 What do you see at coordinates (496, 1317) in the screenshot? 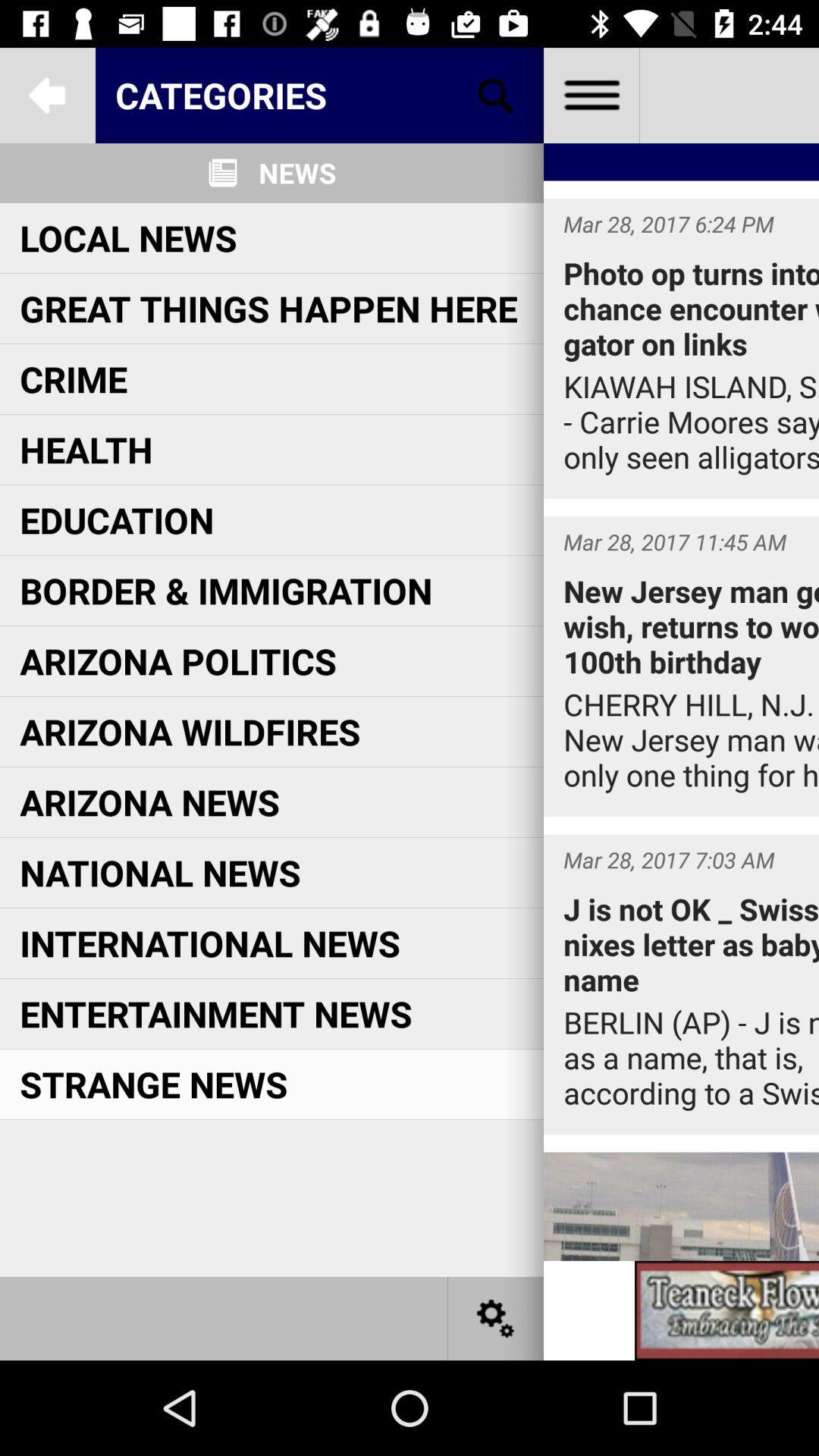
I see `the settings icon` at bounding box center [496, 1317].